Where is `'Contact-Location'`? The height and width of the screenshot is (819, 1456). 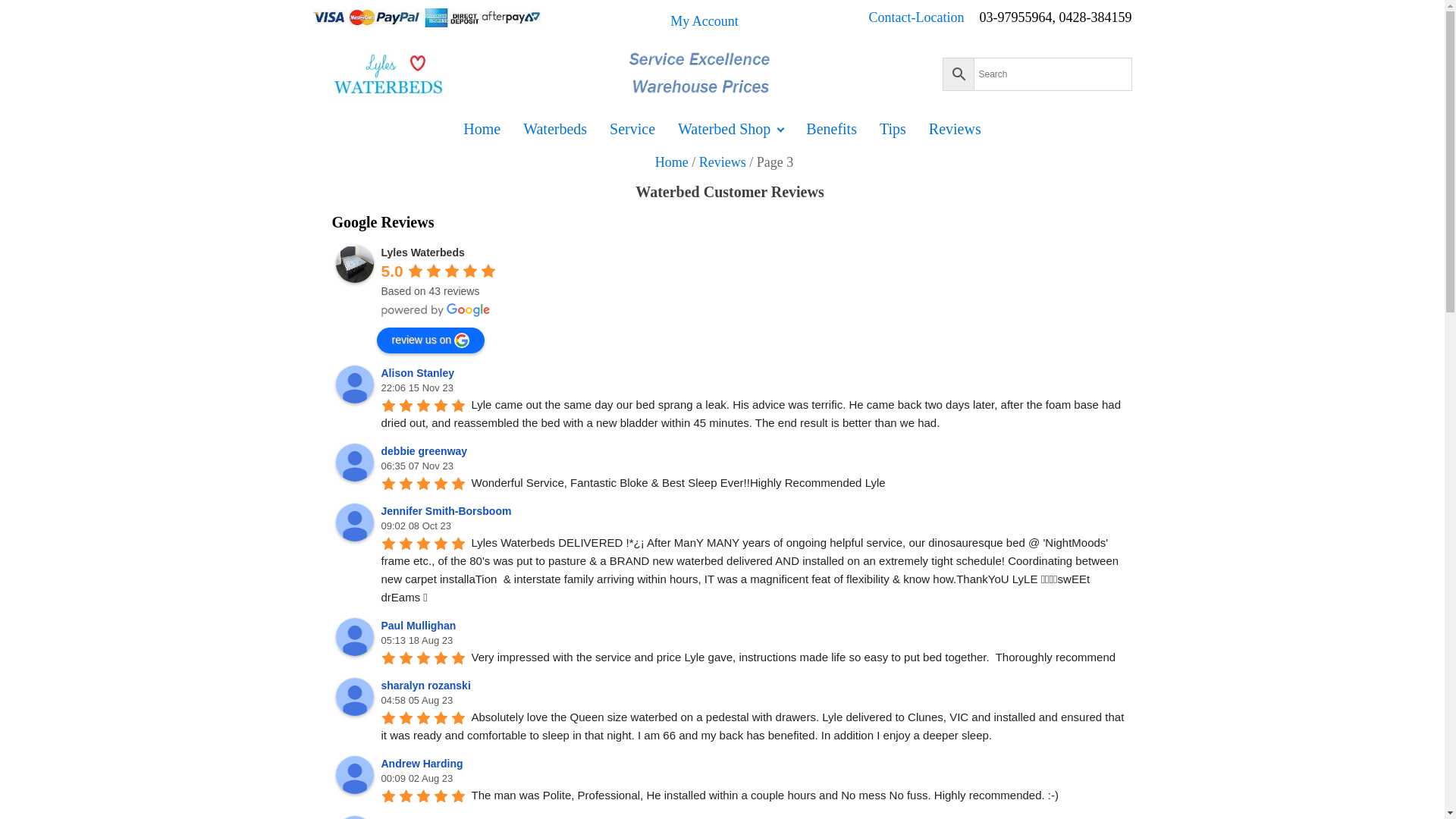
'Contact-Location' is located at coordinates (924, 21).